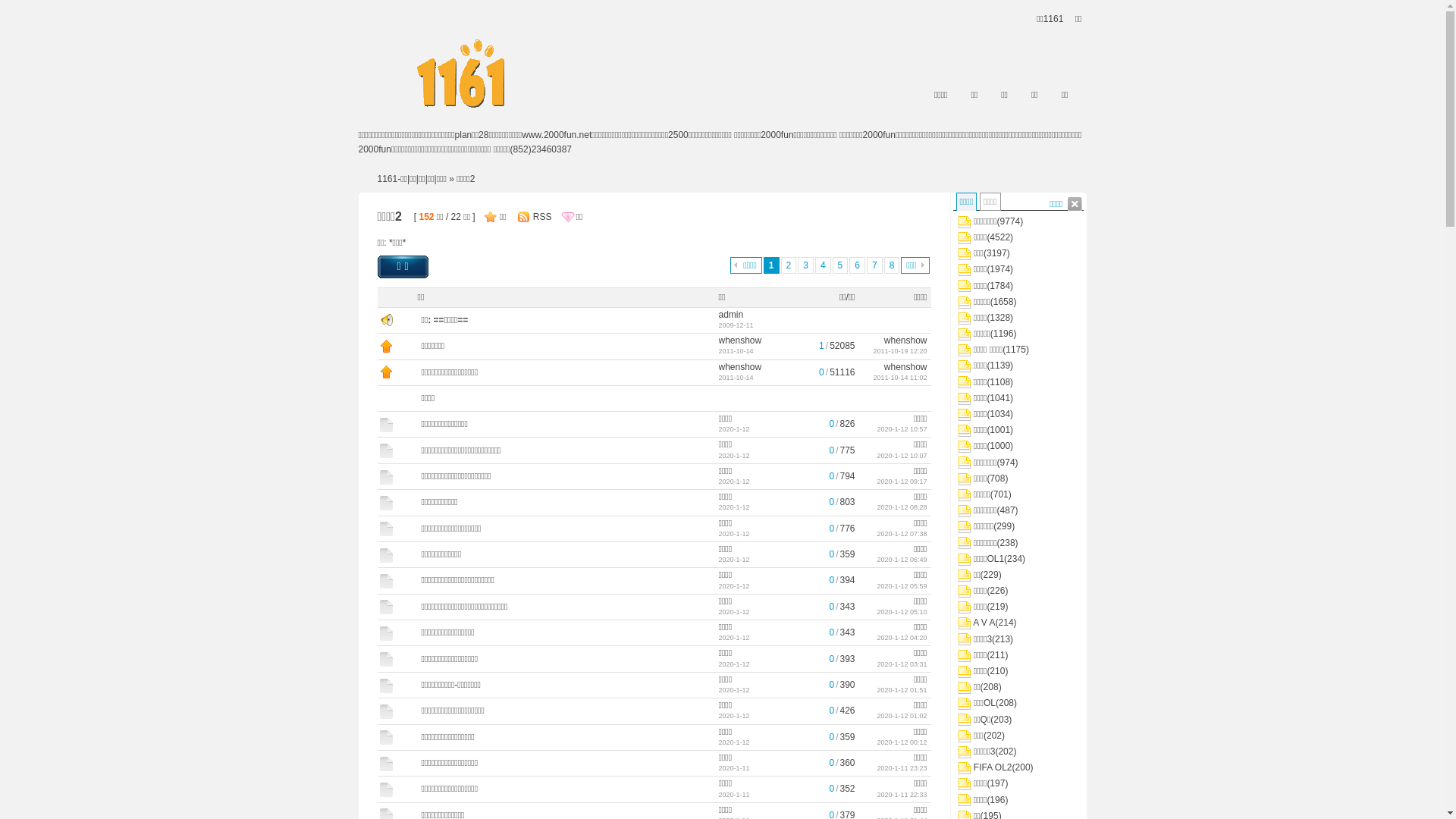 The width and height of the screenshot is (1456, 819). I want to click on 'www.2000fun.net', so click(556, 133).